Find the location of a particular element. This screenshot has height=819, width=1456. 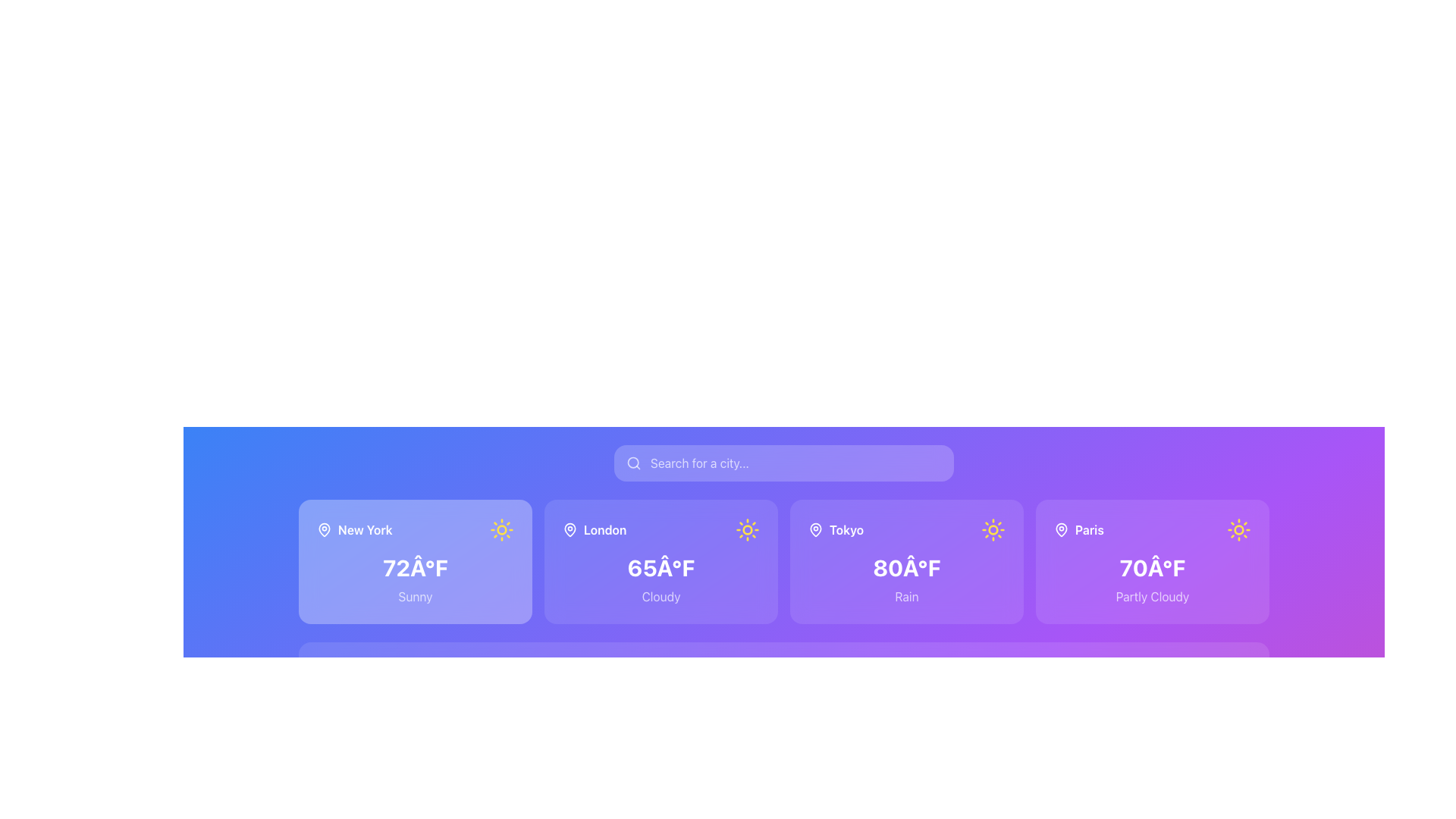

the weather condition indicated by the Text label showing 'Rain' for the city of Tokyo, located below the '80°F' temperature text within the weather card is located at coordinates (906, 595).